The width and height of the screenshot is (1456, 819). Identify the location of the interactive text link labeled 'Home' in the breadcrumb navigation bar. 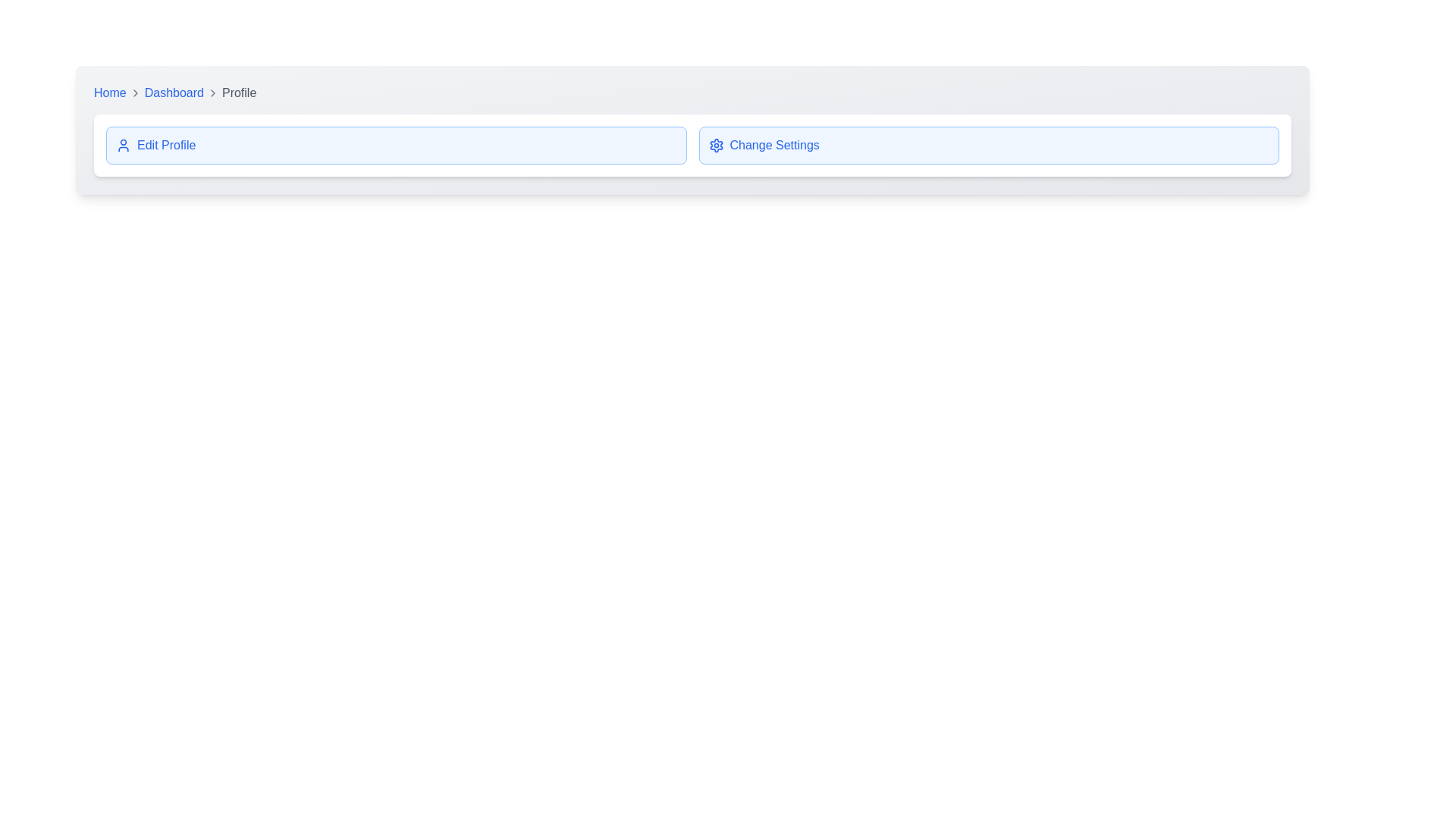
(117, 93).